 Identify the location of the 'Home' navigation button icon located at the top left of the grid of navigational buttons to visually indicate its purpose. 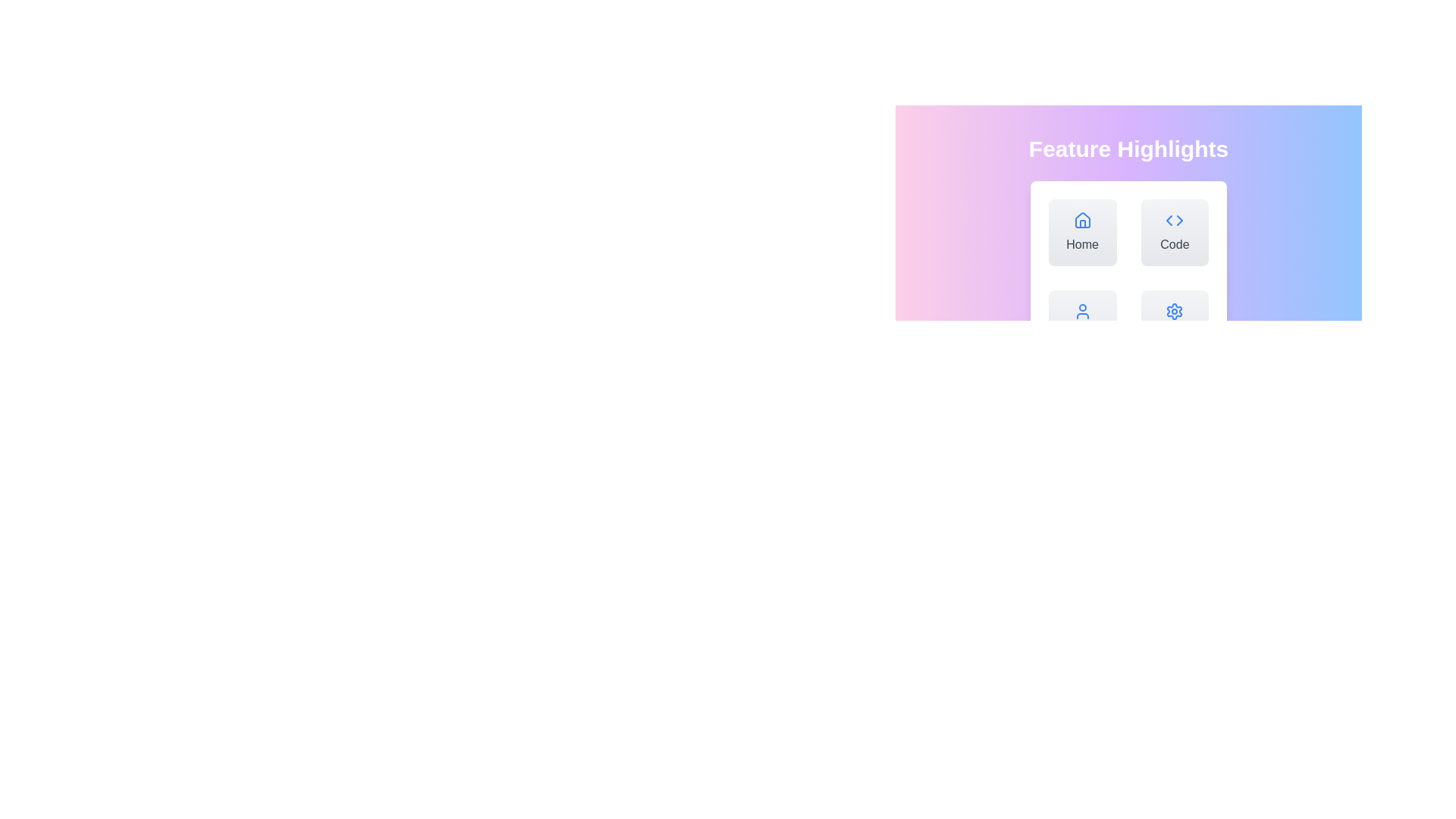
(1081, 220).